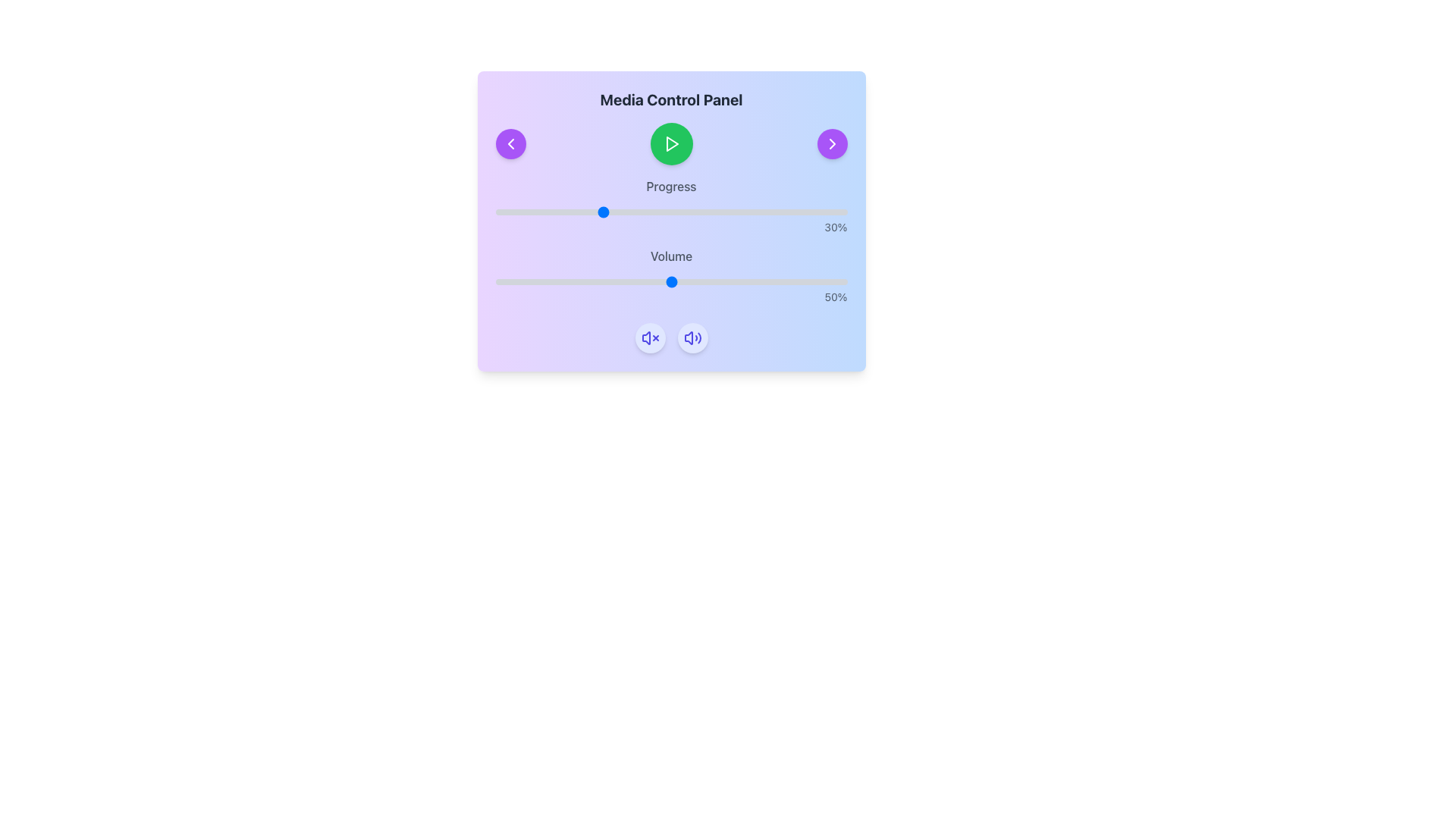 The image size is (1456, 819). Describe the element at coordinates (565, 212) in the screenshot. I see `the progress` at that location.